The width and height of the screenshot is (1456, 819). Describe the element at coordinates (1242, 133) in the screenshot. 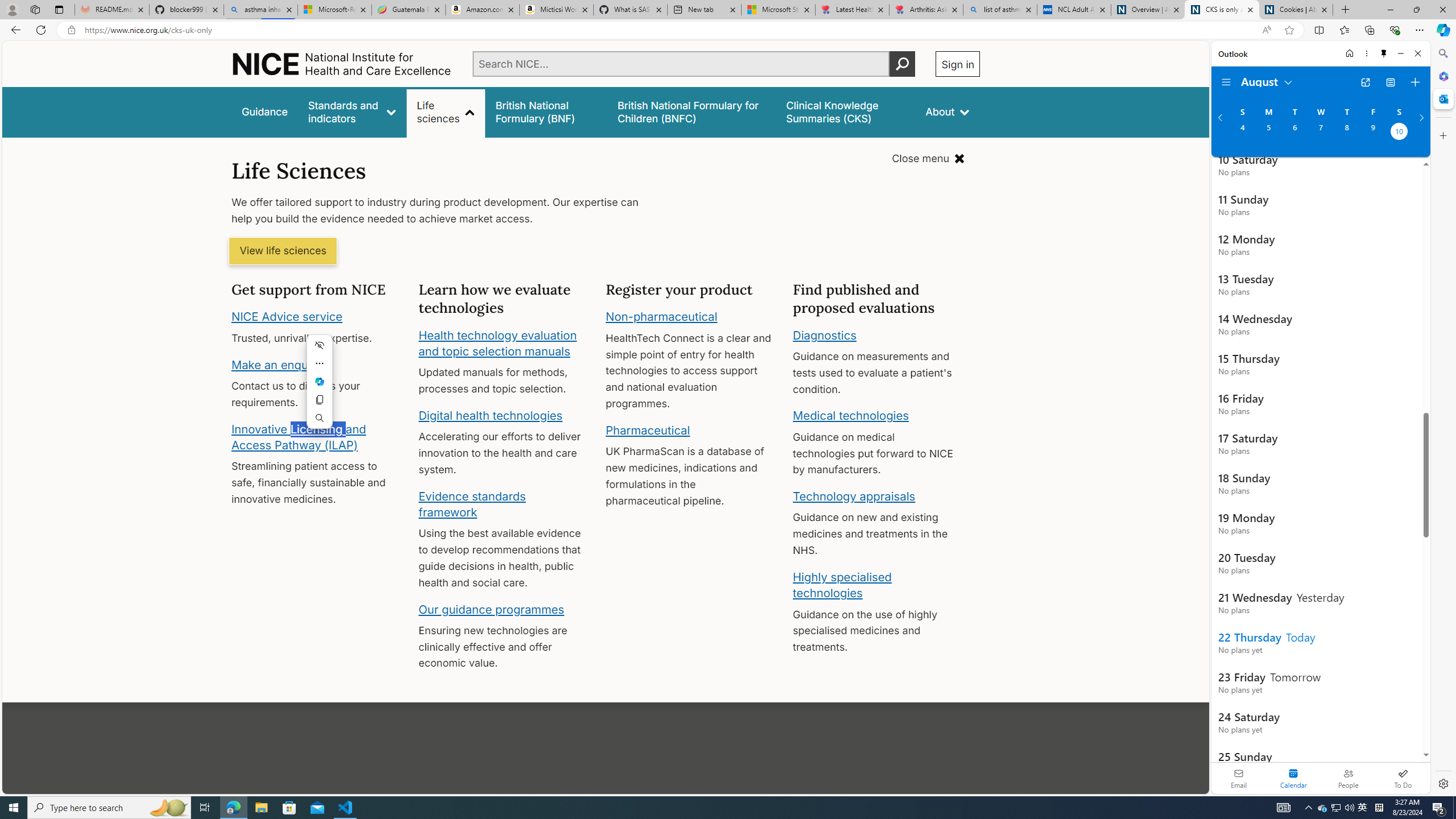

I see `'Sunday, August 4, 2024. '` at that location.